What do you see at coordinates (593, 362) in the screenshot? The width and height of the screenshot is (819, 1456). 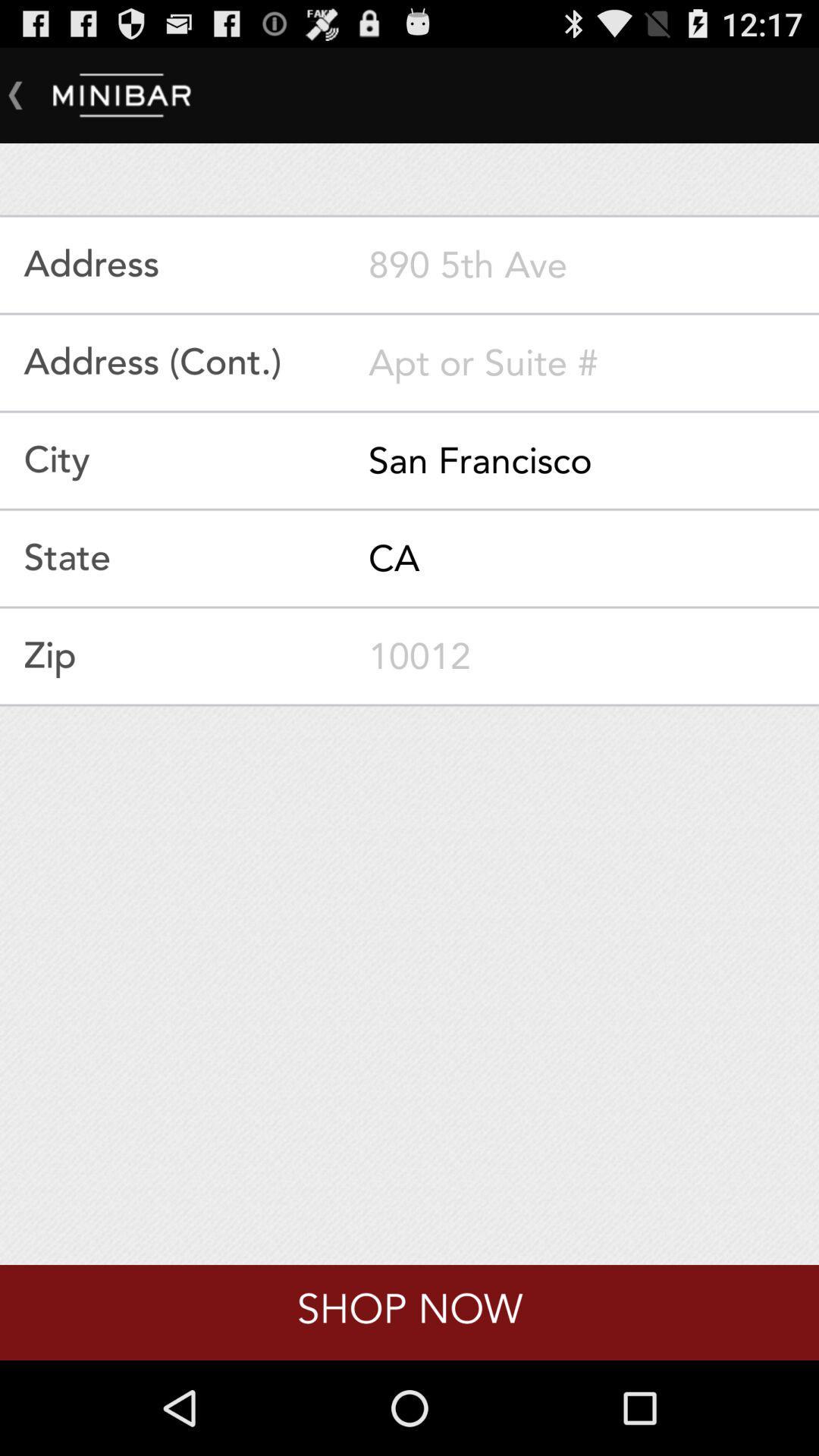 I see `apt or suite` at bounding box center [593, 362].